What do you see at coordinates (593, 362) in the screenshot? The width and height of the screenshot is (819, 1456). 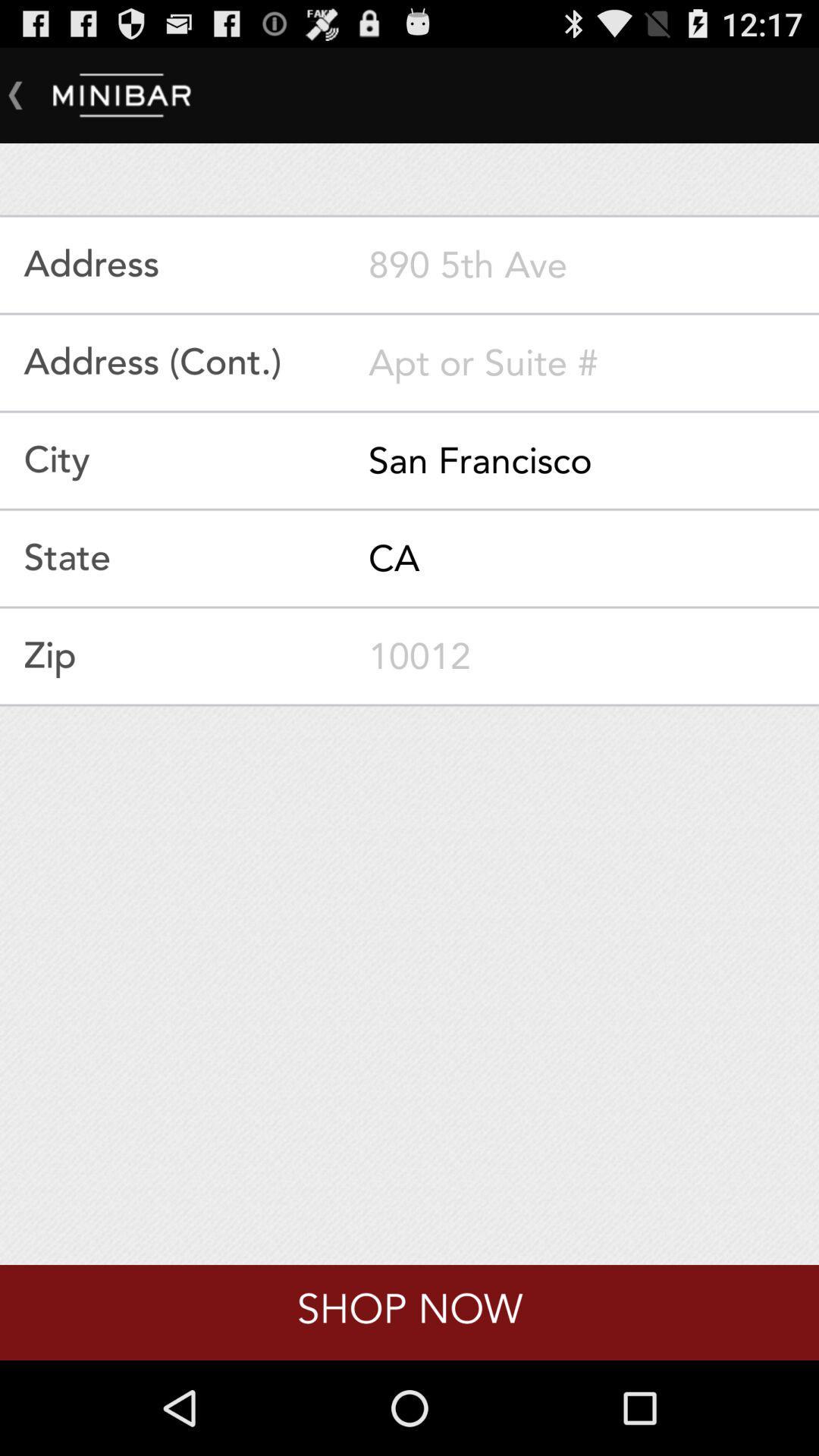 I see `apt or suite` at bounding box center [593, 362].